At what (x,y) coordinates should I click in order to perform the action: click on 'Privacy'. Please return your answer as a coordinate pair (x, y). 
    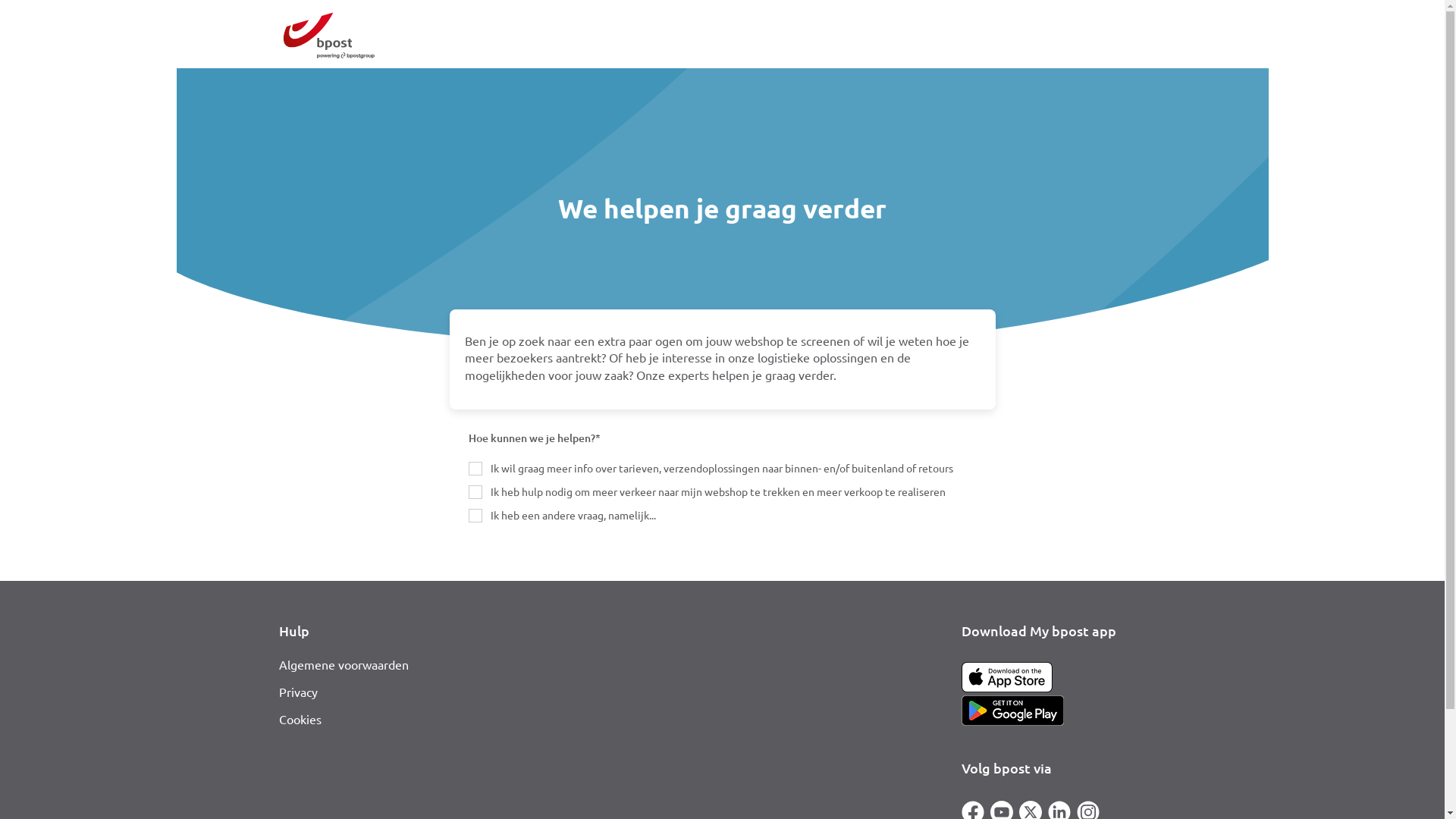
    Looking at the image, I should click on (279, 691).